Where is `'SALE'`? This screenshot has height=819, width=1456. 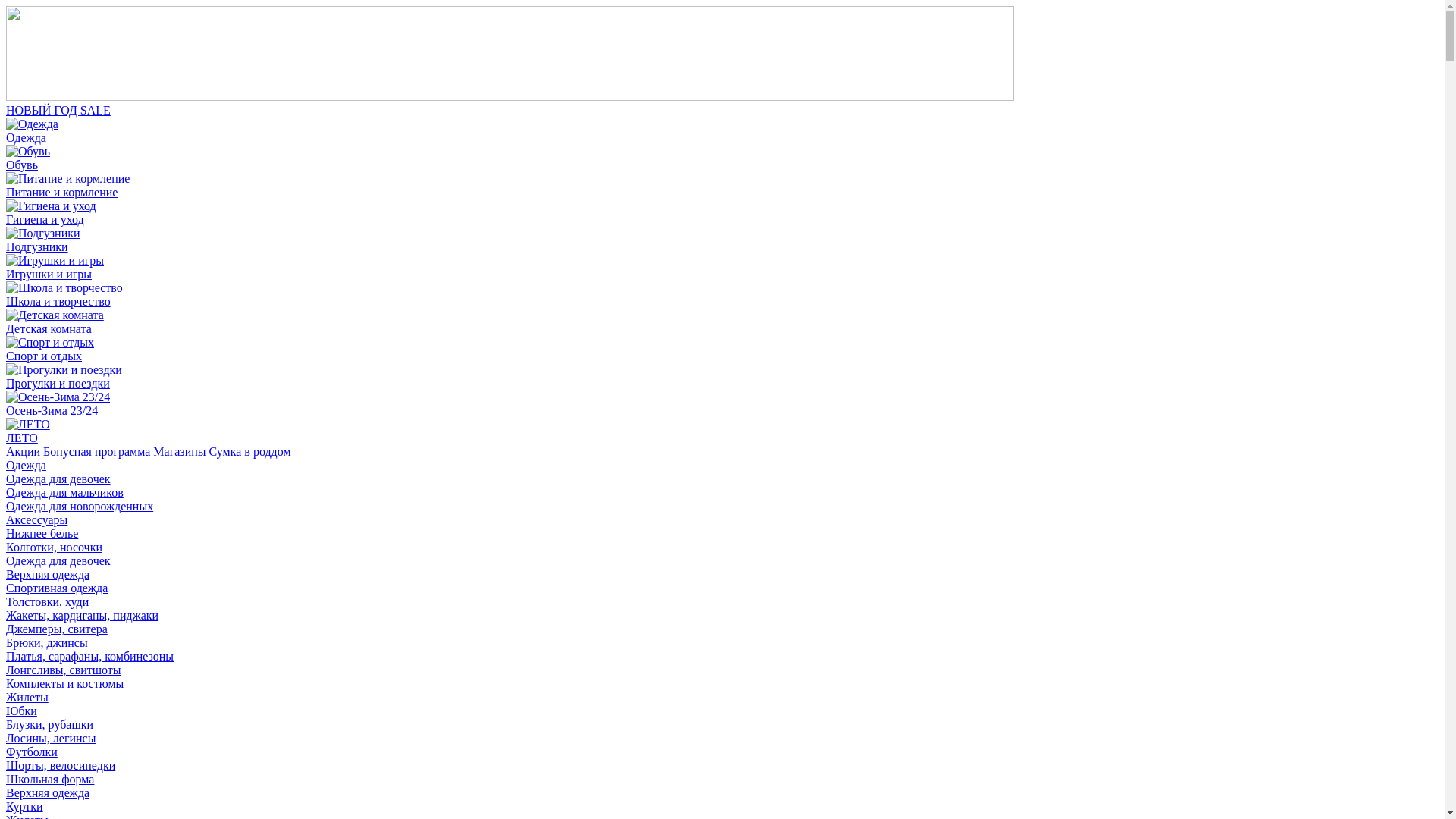
'SALE' is located at coordinates (94, 109).